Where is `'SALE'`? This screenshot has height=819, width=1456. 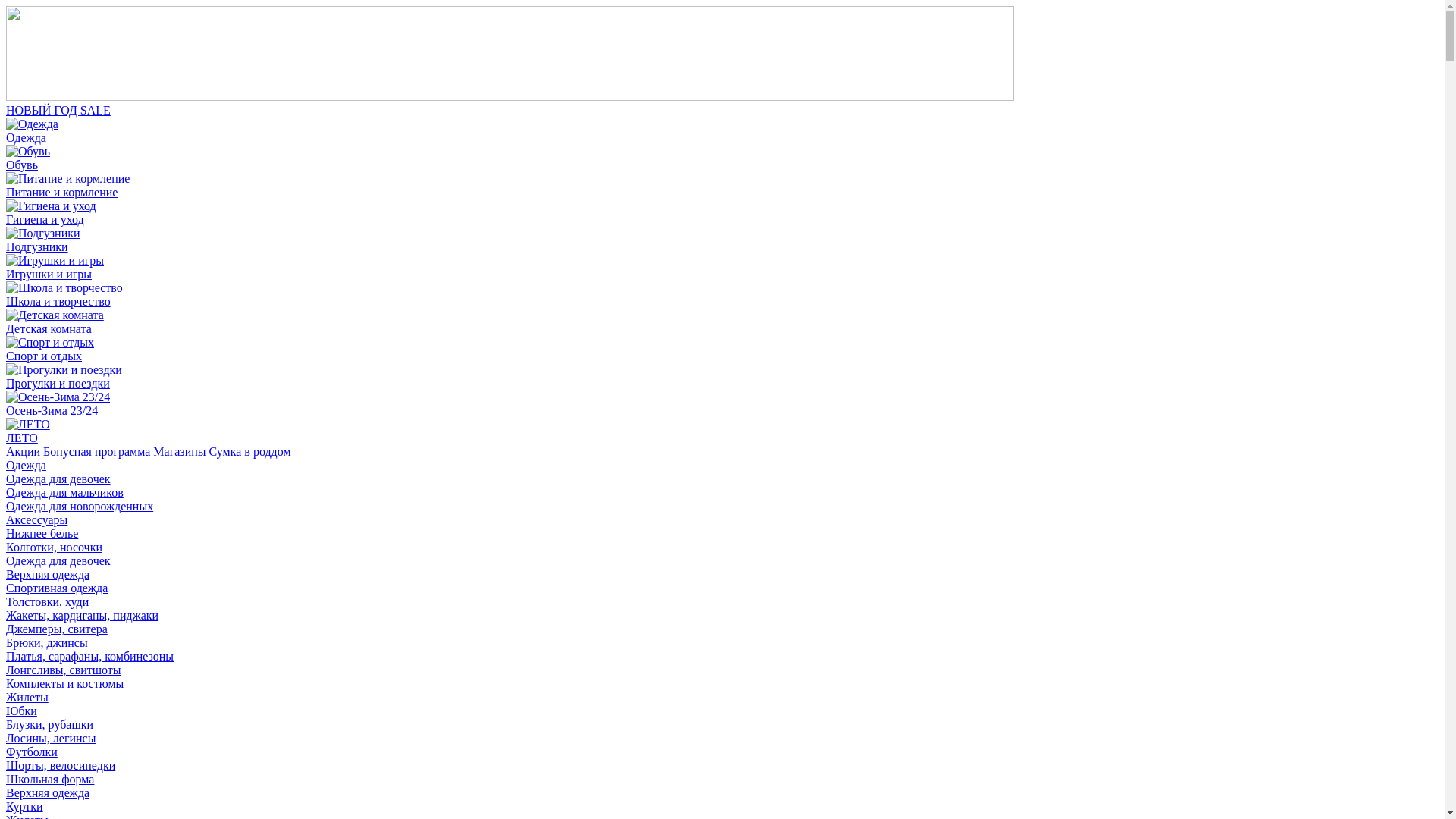
'SALE' is located at coordinates (94, 109).